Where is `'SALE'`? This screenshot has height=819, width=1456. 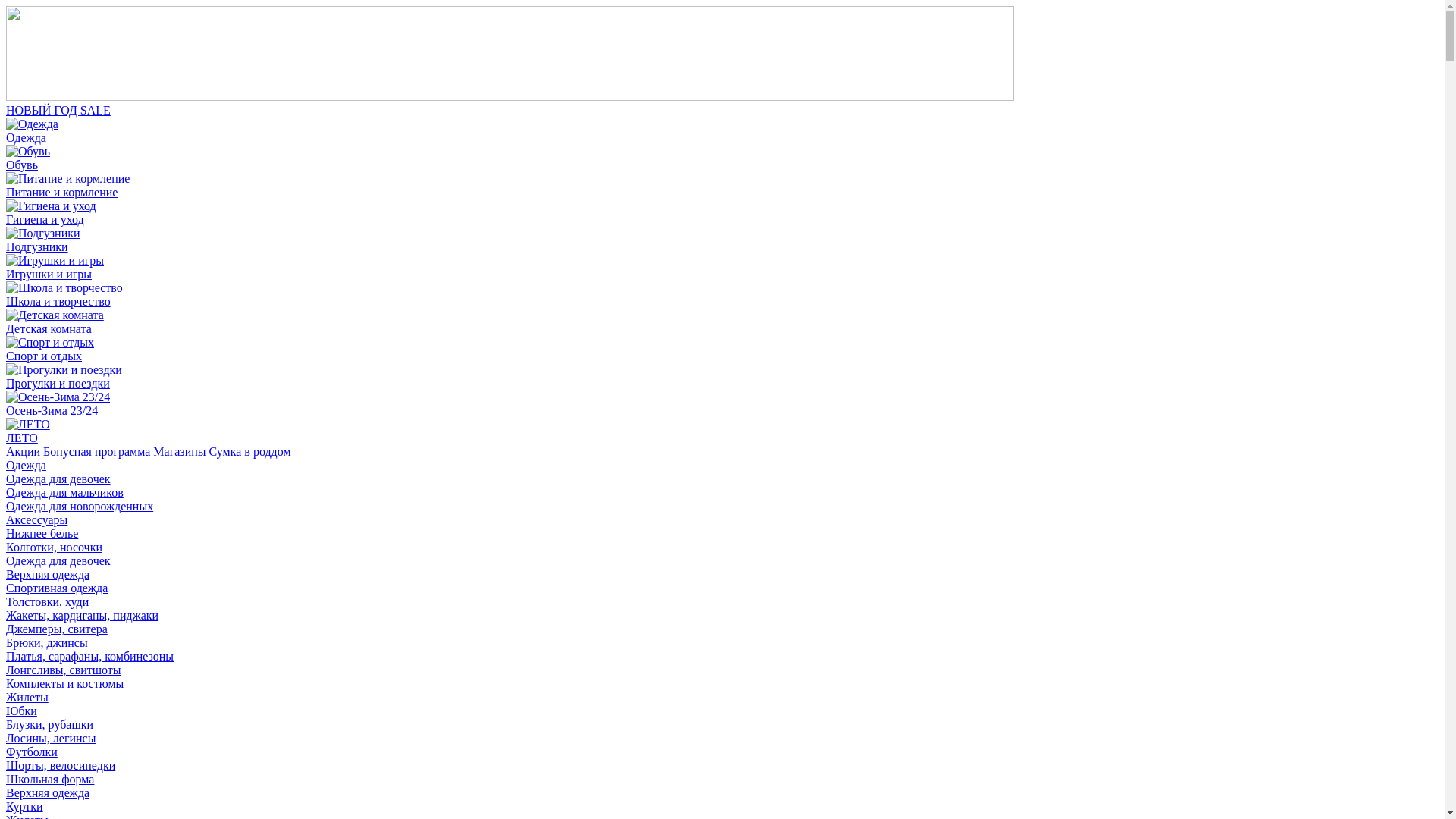
'SALE' is located at coordinates (94, 109).